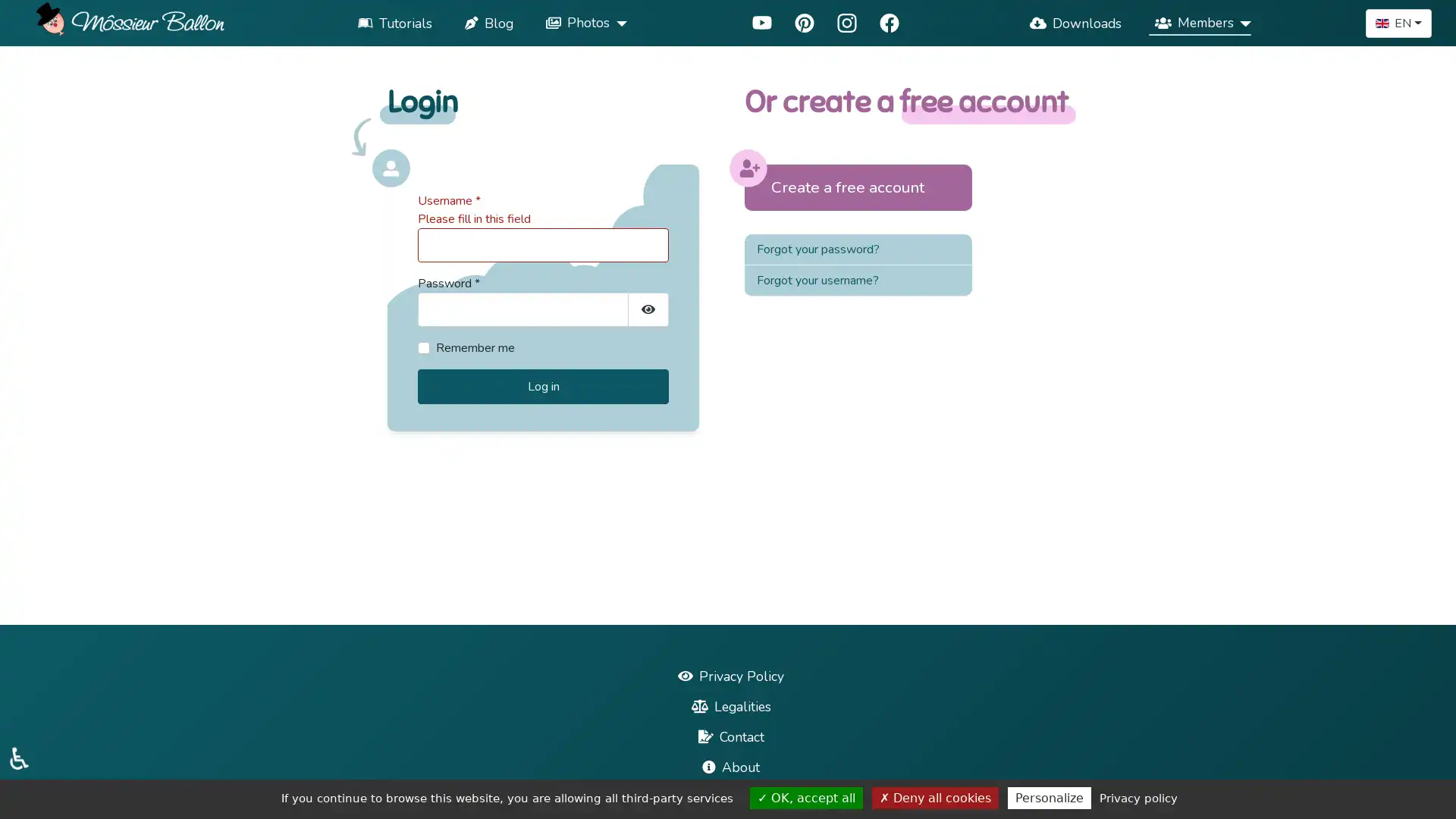 The image size is (1456, 819). Describe the element at coordinates (648, 309) in the screenshot. I see `Show Password` at that location.